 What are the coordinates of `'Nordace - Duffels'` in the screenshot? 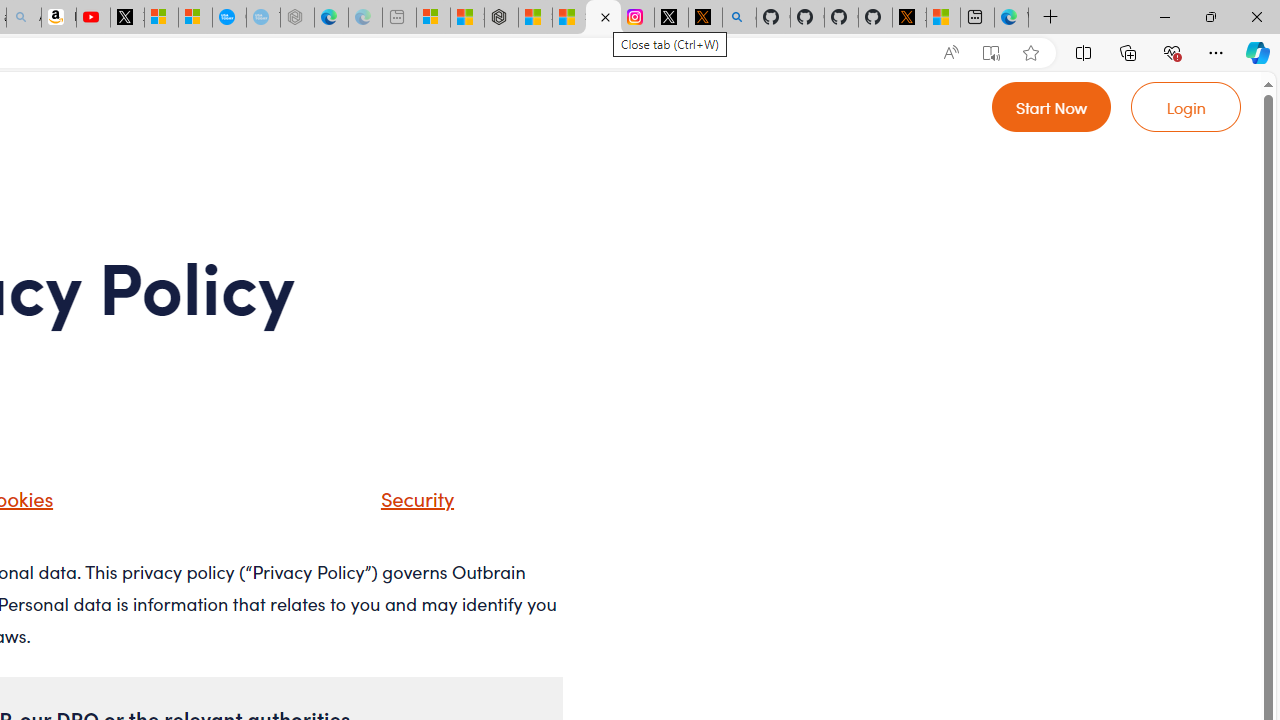 It's located at (501, 17).